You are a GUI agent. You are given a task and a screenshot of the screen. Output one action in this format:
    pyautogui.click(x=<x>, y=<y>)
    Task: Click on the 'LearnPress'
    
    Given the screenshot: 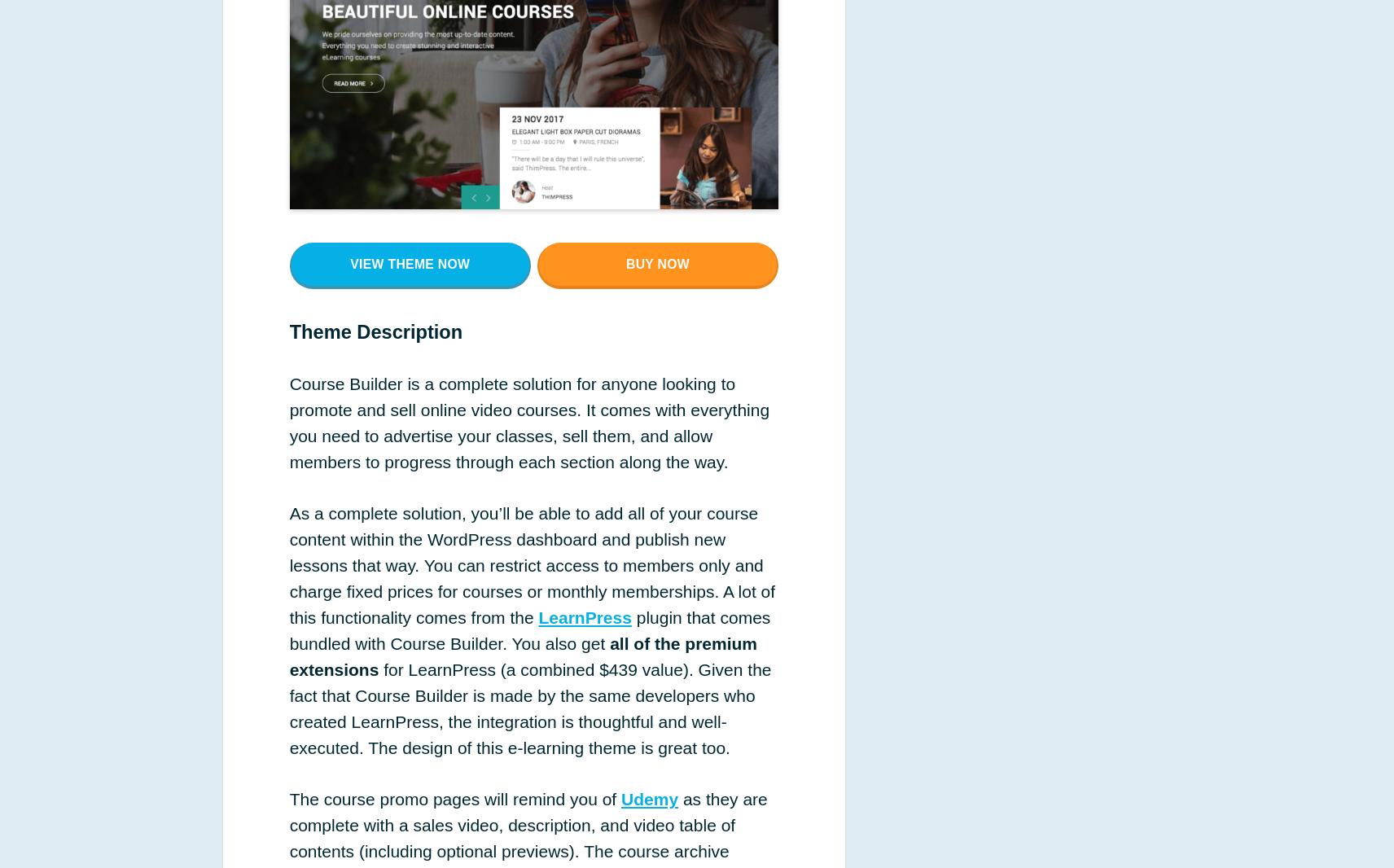 What is the action you would take?
    pyautogui.click(x=585, y=616)
    